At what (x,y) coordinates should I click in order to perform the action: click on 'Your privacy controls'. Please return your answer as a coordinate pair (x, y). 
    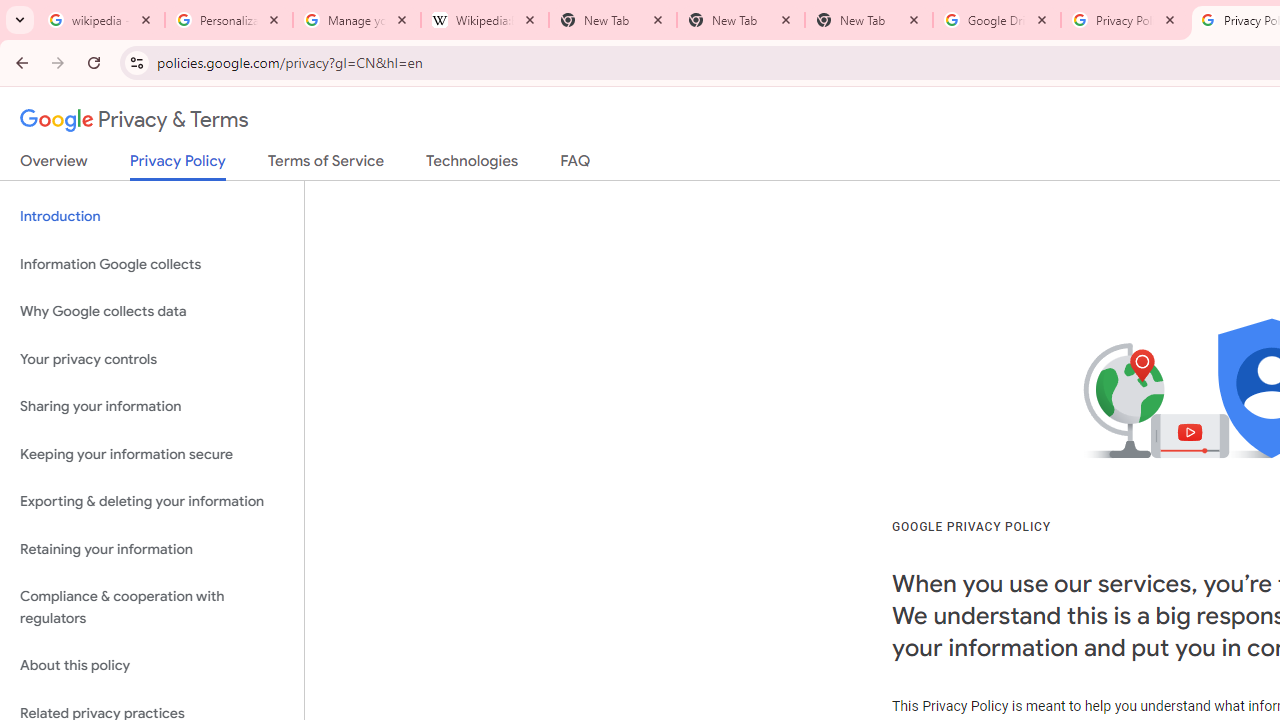
    Looking at the image, I should click on (151, 358).